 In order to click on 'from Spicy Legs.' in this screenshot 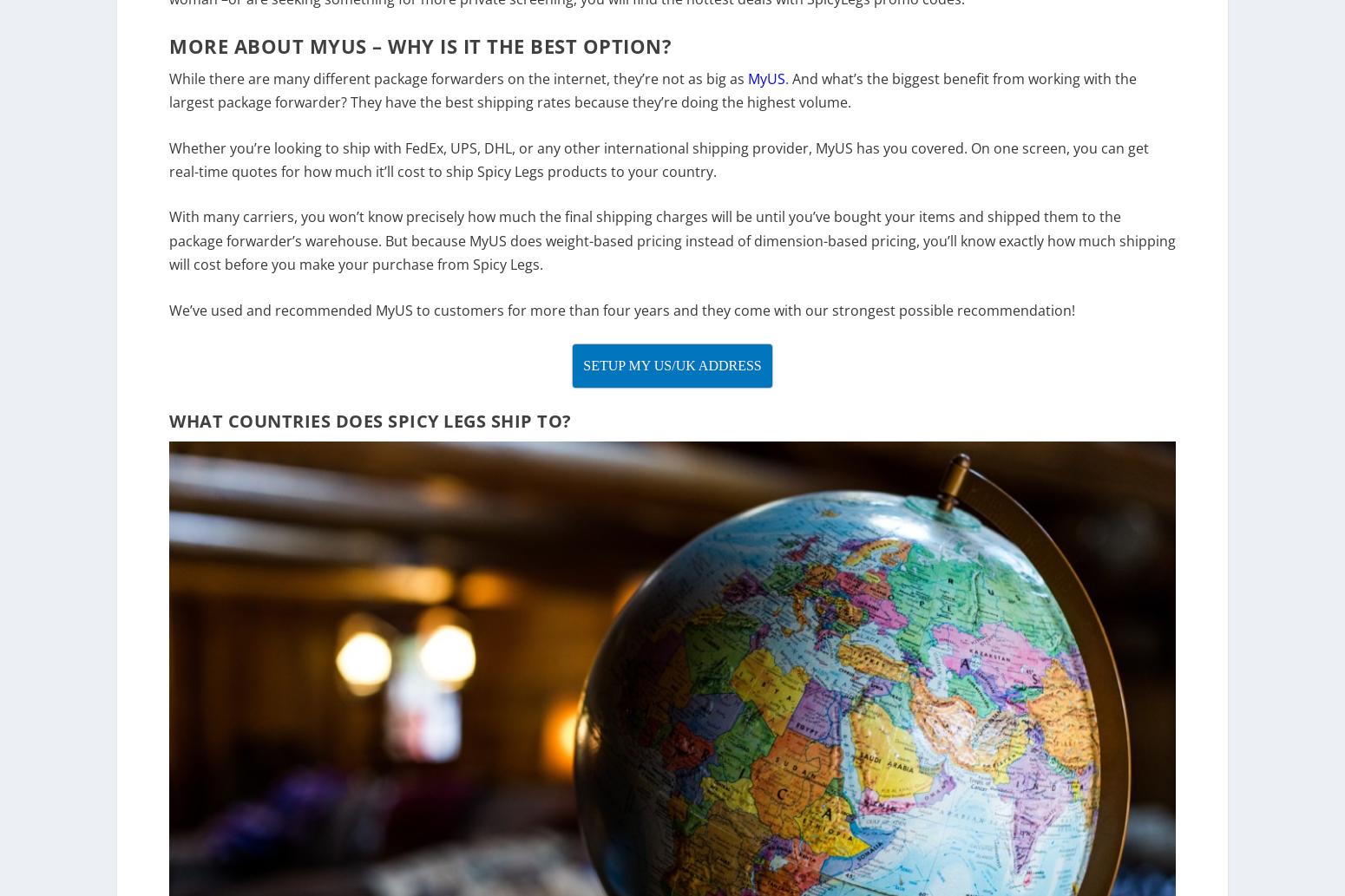, I will do `click(488, 274)`.